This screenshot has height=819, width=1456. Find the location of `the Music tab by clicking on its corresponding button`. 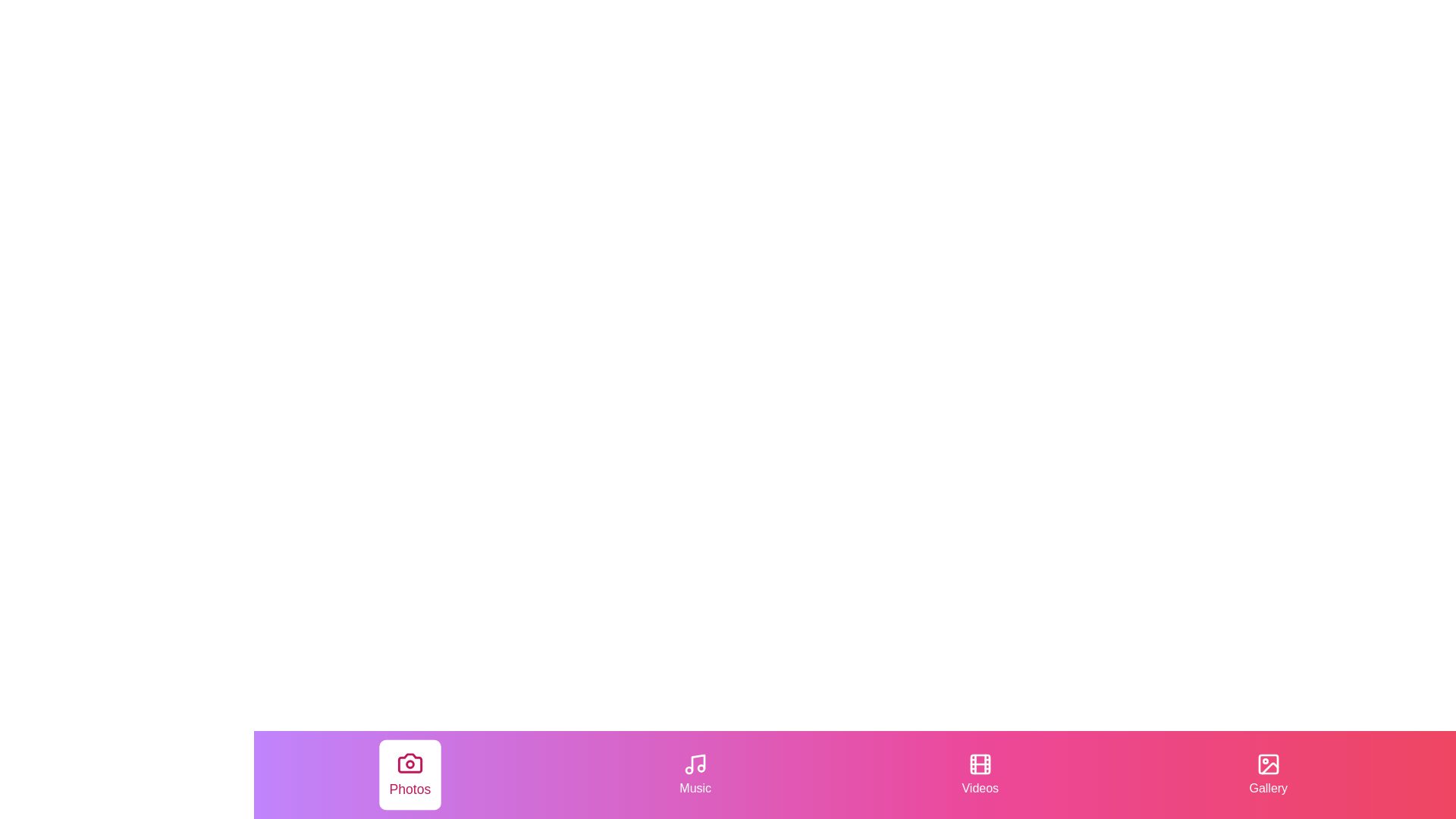

the Music tab by clicking on its corresponding button is located at coordinates (695, 775).